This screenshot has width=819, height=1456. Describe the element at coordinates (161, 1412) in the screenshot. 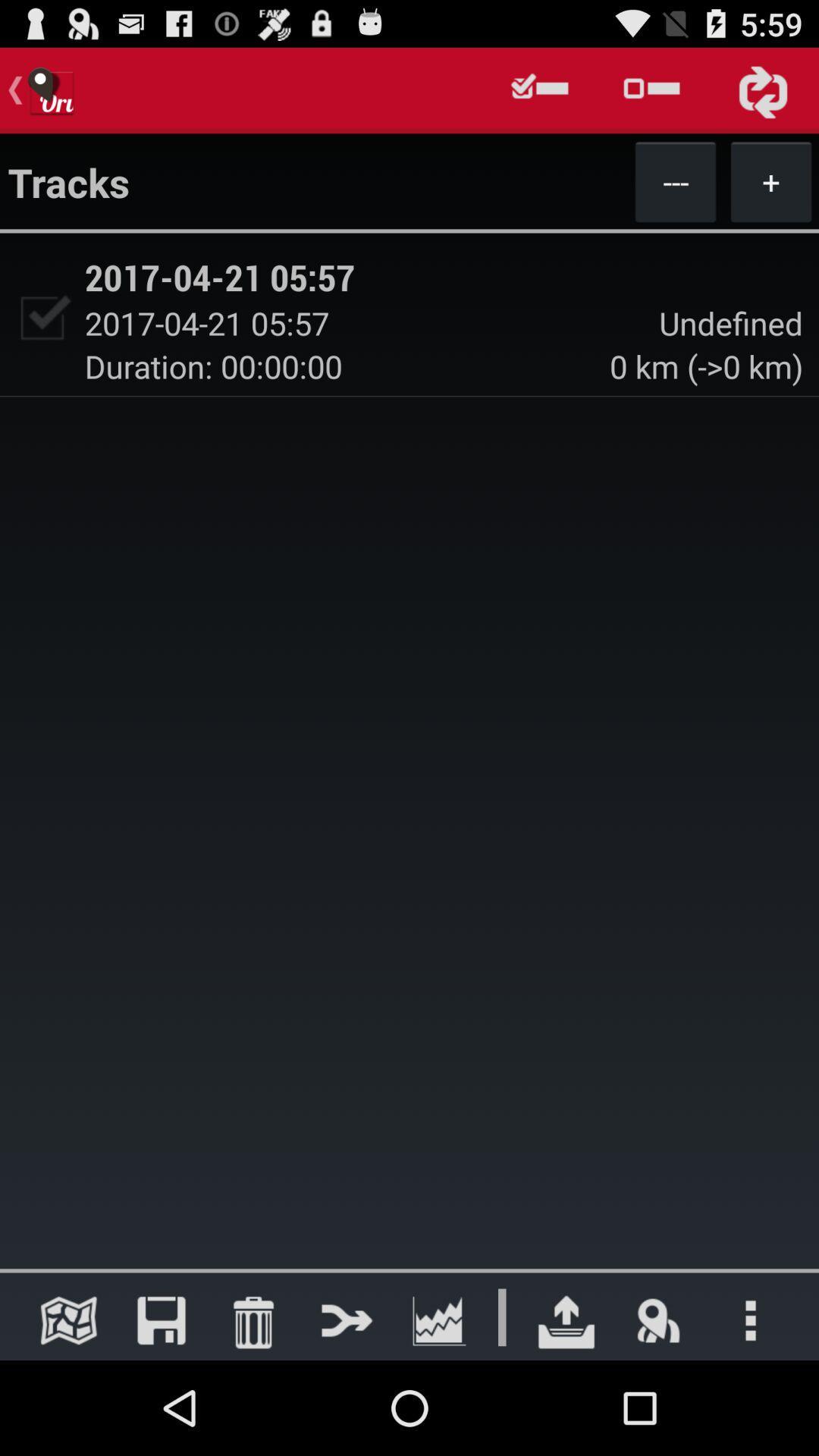

I see `the save icon` at that location.